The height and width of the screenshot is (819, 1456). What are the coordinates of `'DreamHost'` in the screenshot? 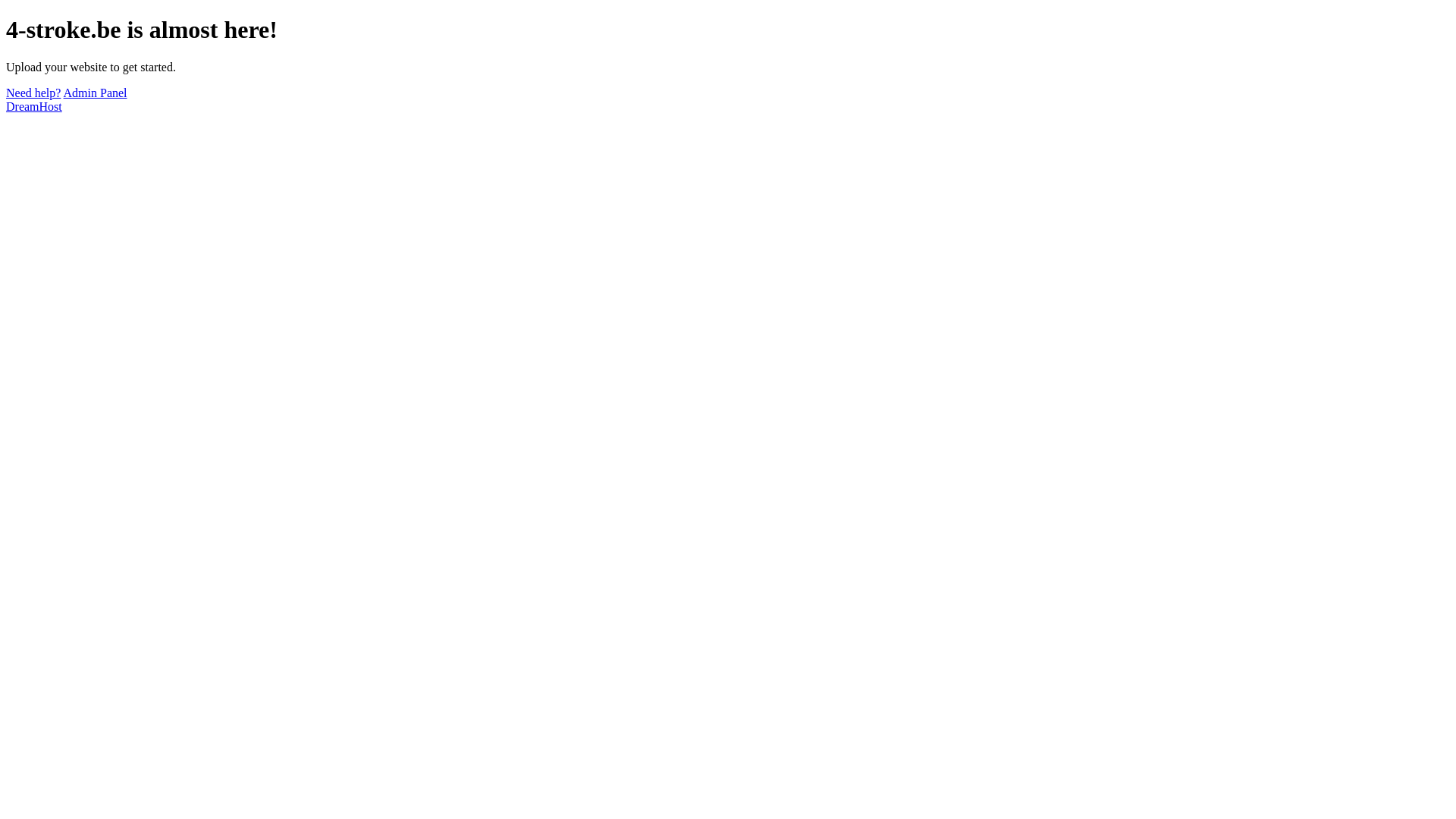 It's located at (6, 105).